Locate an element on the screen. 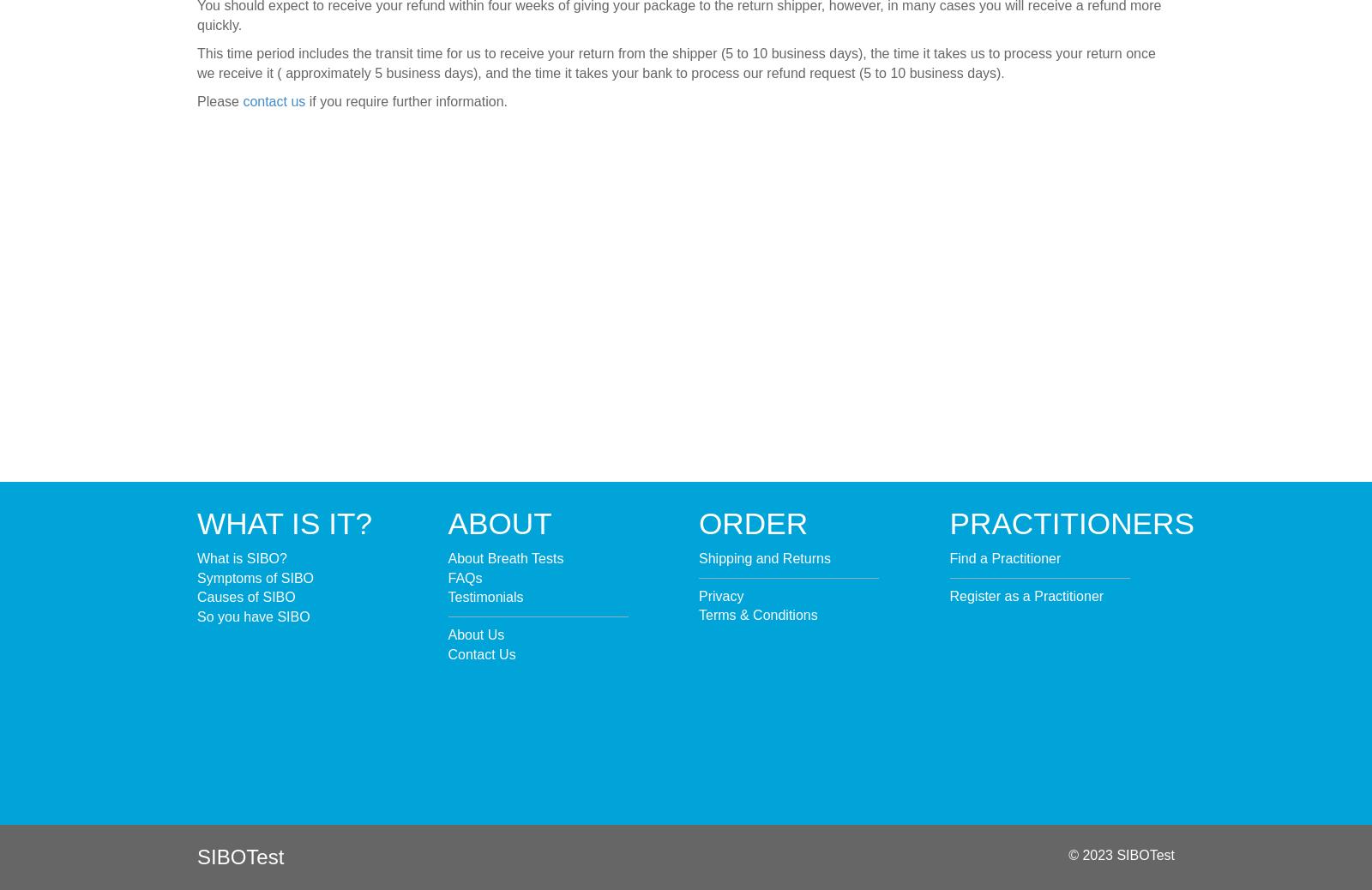 The image size is (1372, 890). 'About Breath Tests' is located at coordinates (504, 556).